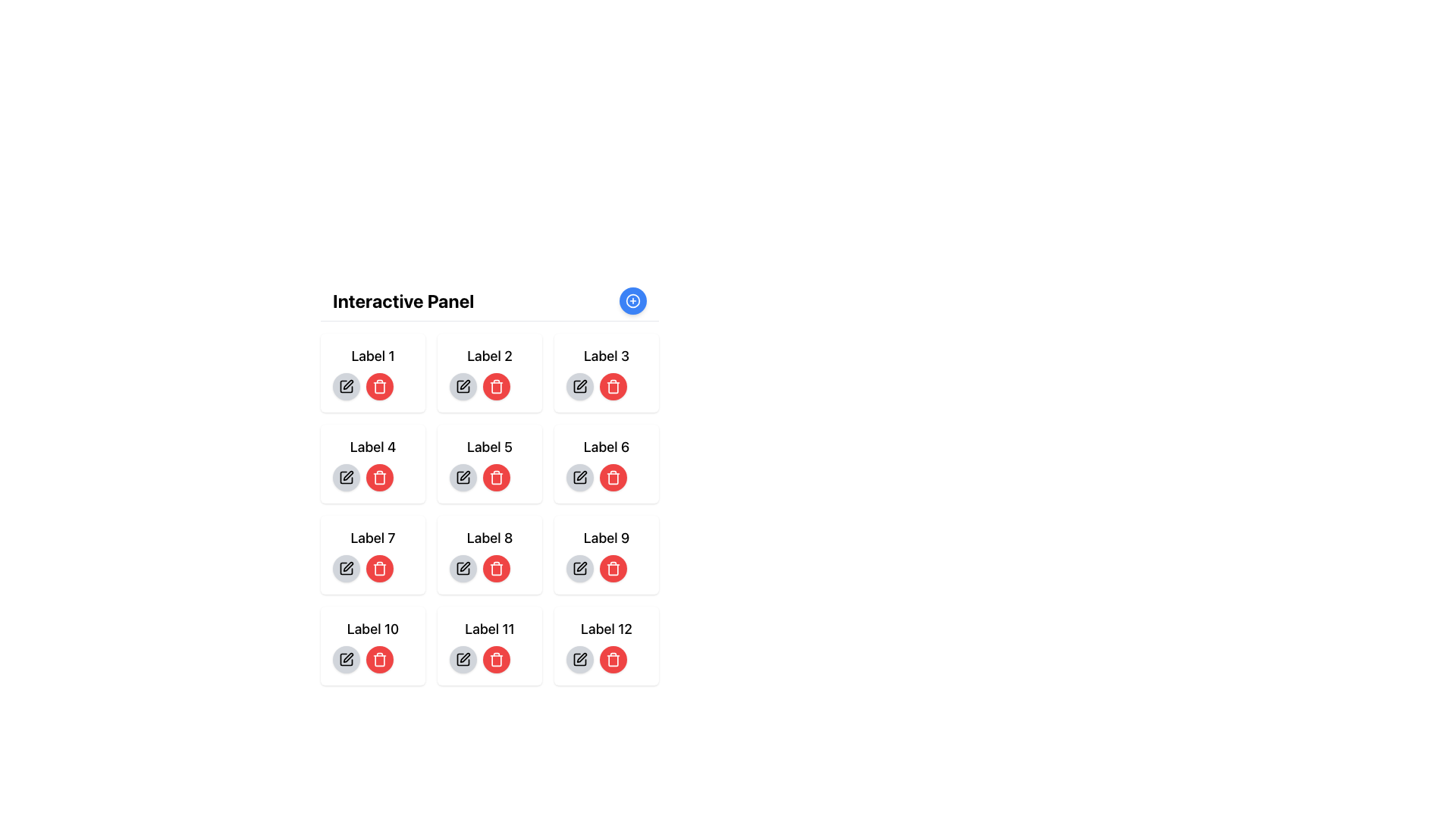  Describe the element at coordinates (345, 476) in the screenshot. I see `the Edit icon located to the left of the red trash bin icon associated with 'Label 4' to enable editing of the label's content` at that location.